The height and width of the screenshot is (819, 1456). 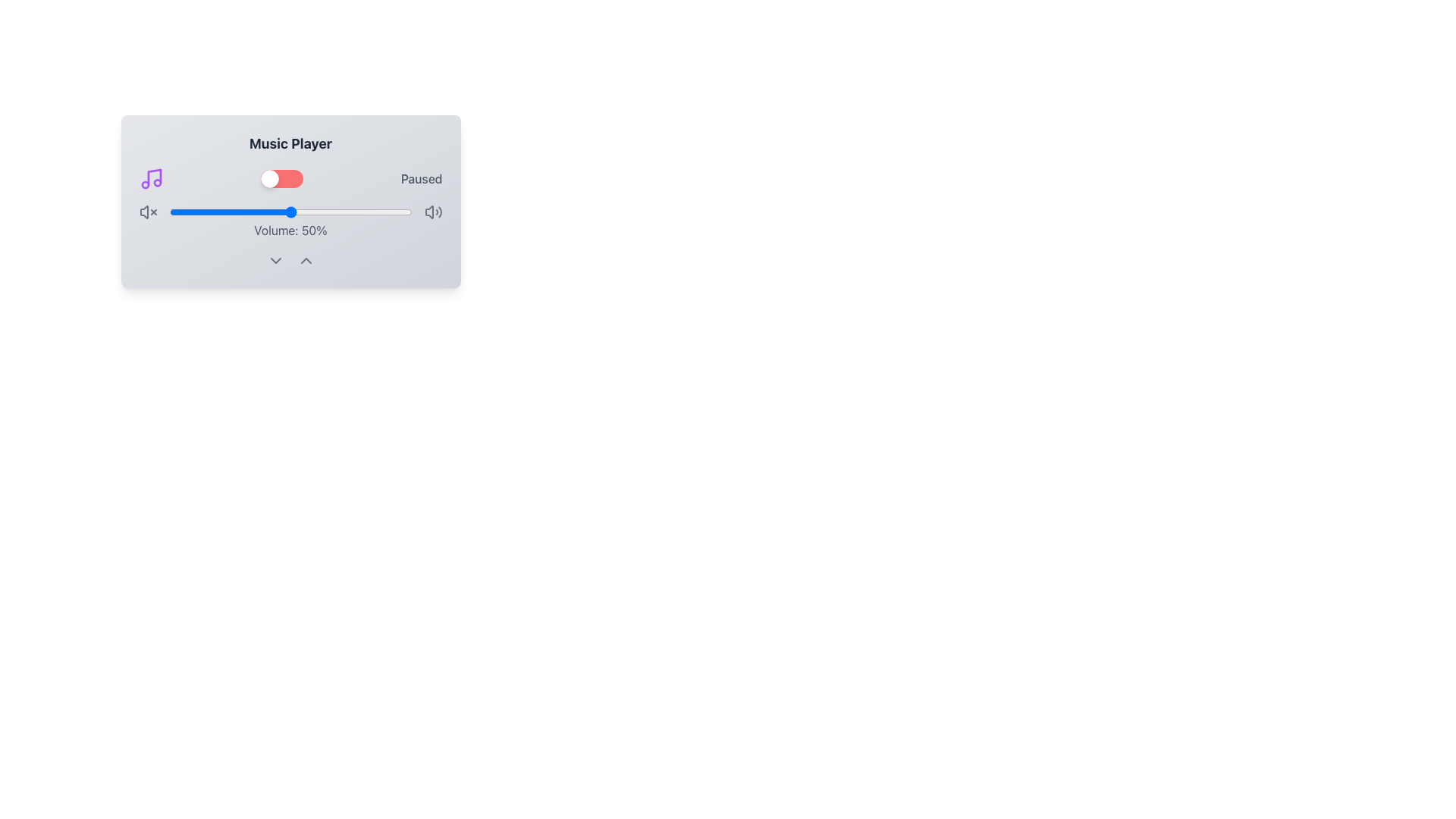 What do you see at coordinates (305, 259) in the screenshot?
I see `the upward-pointing chevron icon with a gray outline located at the bottom center of the music player interface, which is the second icon in a horizontal group of icons` at bounding box center [305, 259].